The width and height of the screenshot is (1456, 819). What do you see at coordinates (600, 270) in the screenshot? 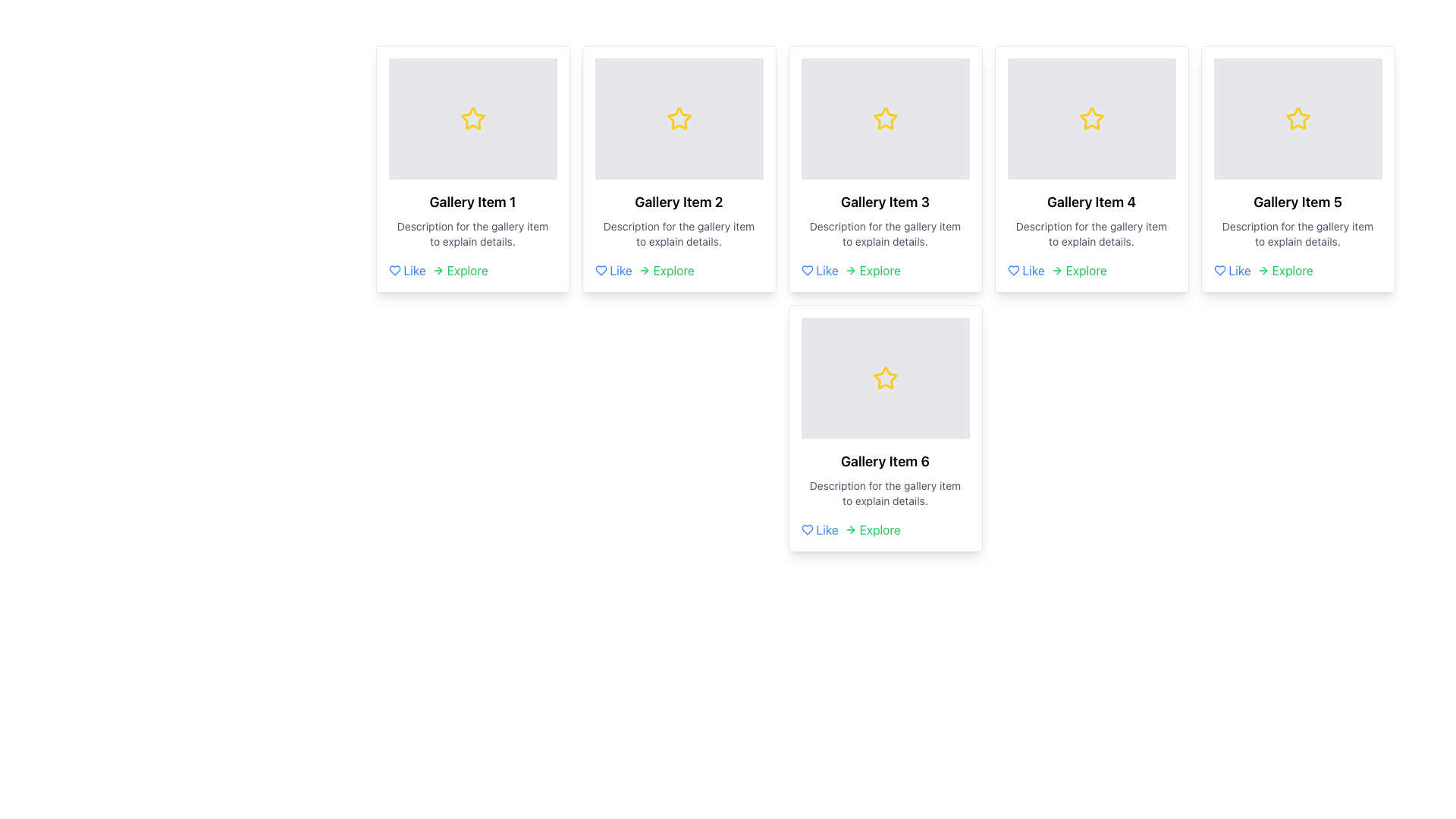
I see `the 'Like' icon in the top row of the gallery layout, positioned before the text 'Like'` at bounding box center [600, 270].